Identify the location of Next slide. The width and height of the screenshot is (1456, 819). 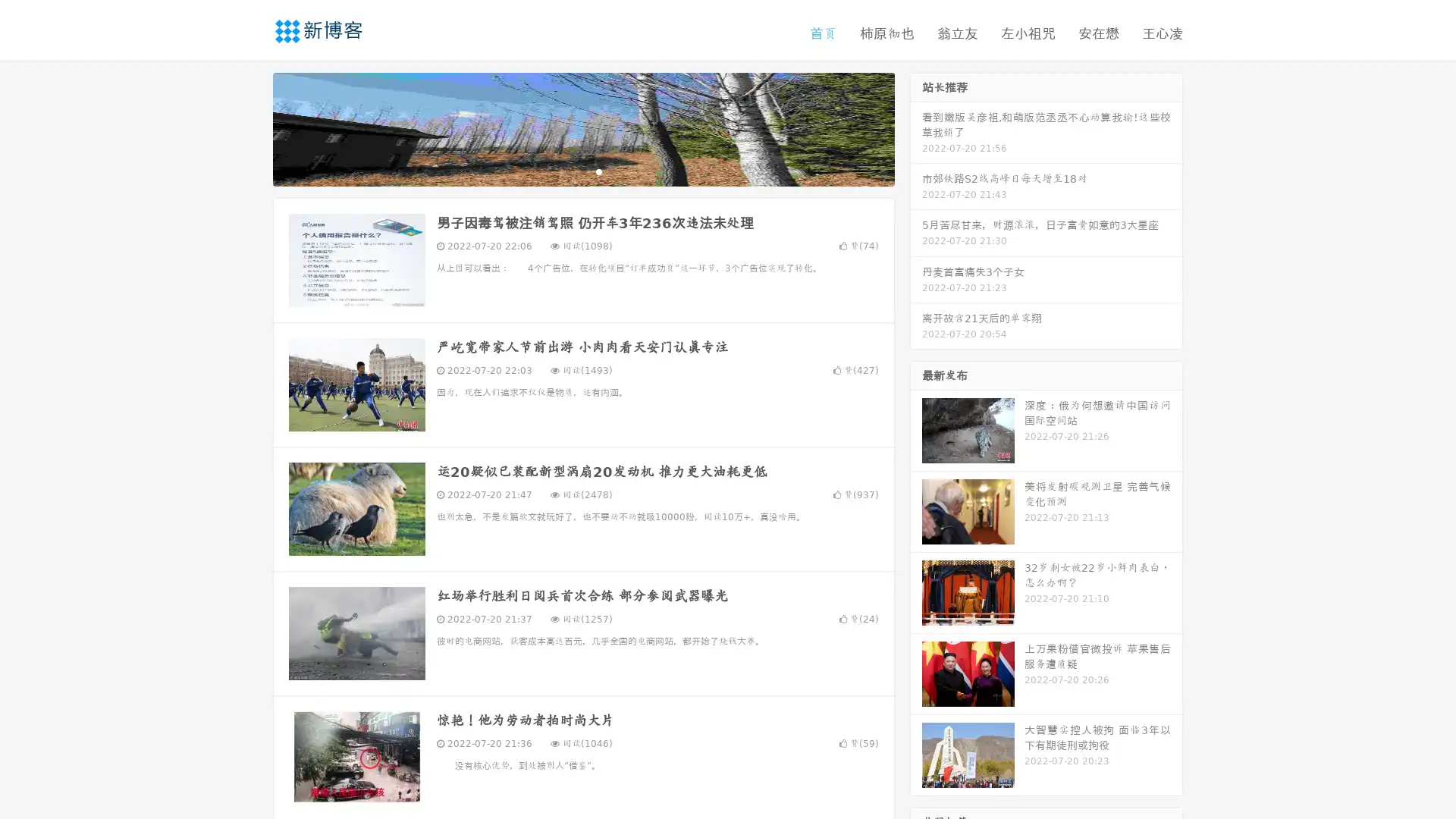
(916, 127).